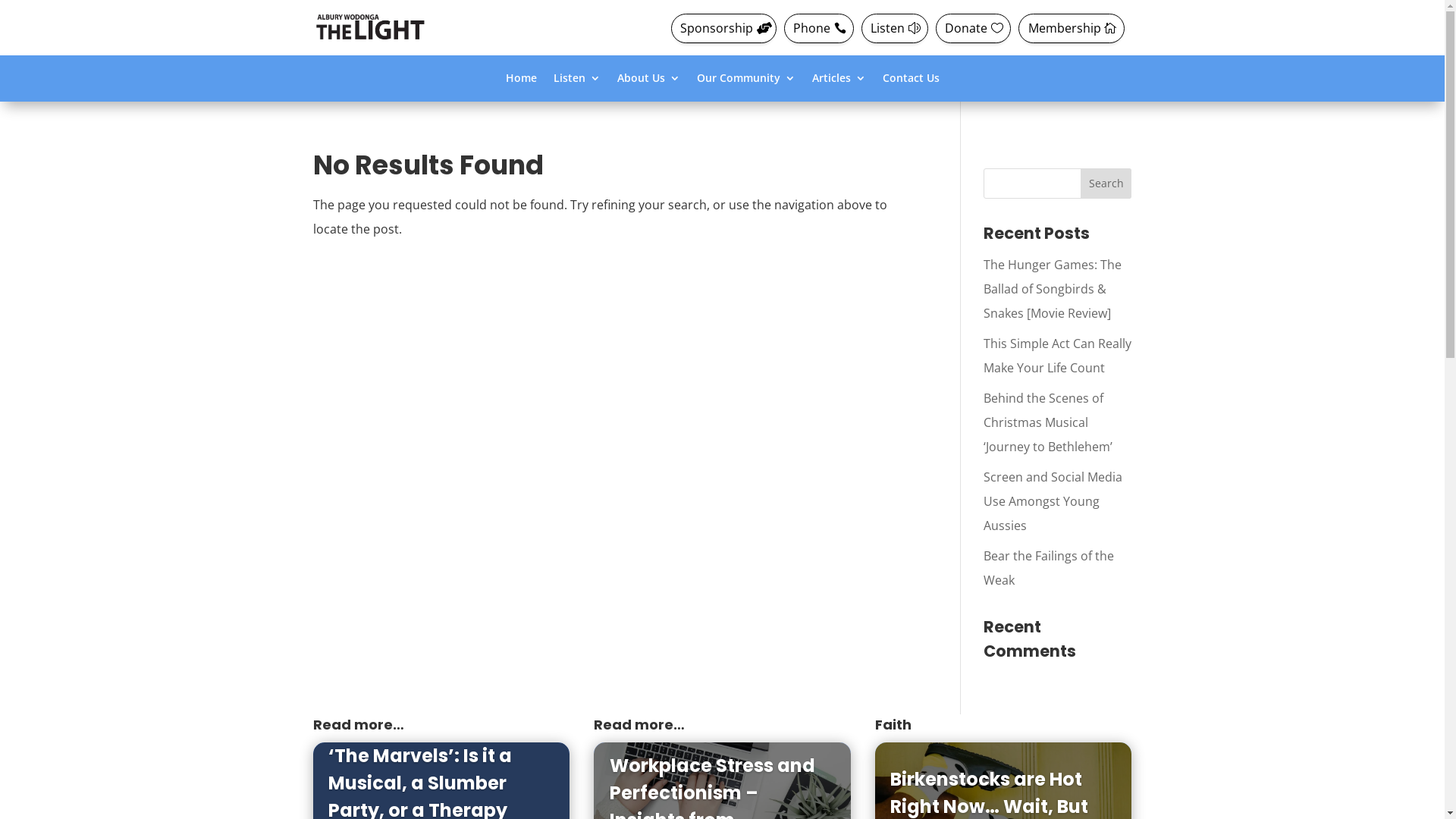 The image size is (1456, 819). What do you see at coordinates (723, 28) in the screenshot?
I see `'Sponsorship'` at bounding box center [723, 28].